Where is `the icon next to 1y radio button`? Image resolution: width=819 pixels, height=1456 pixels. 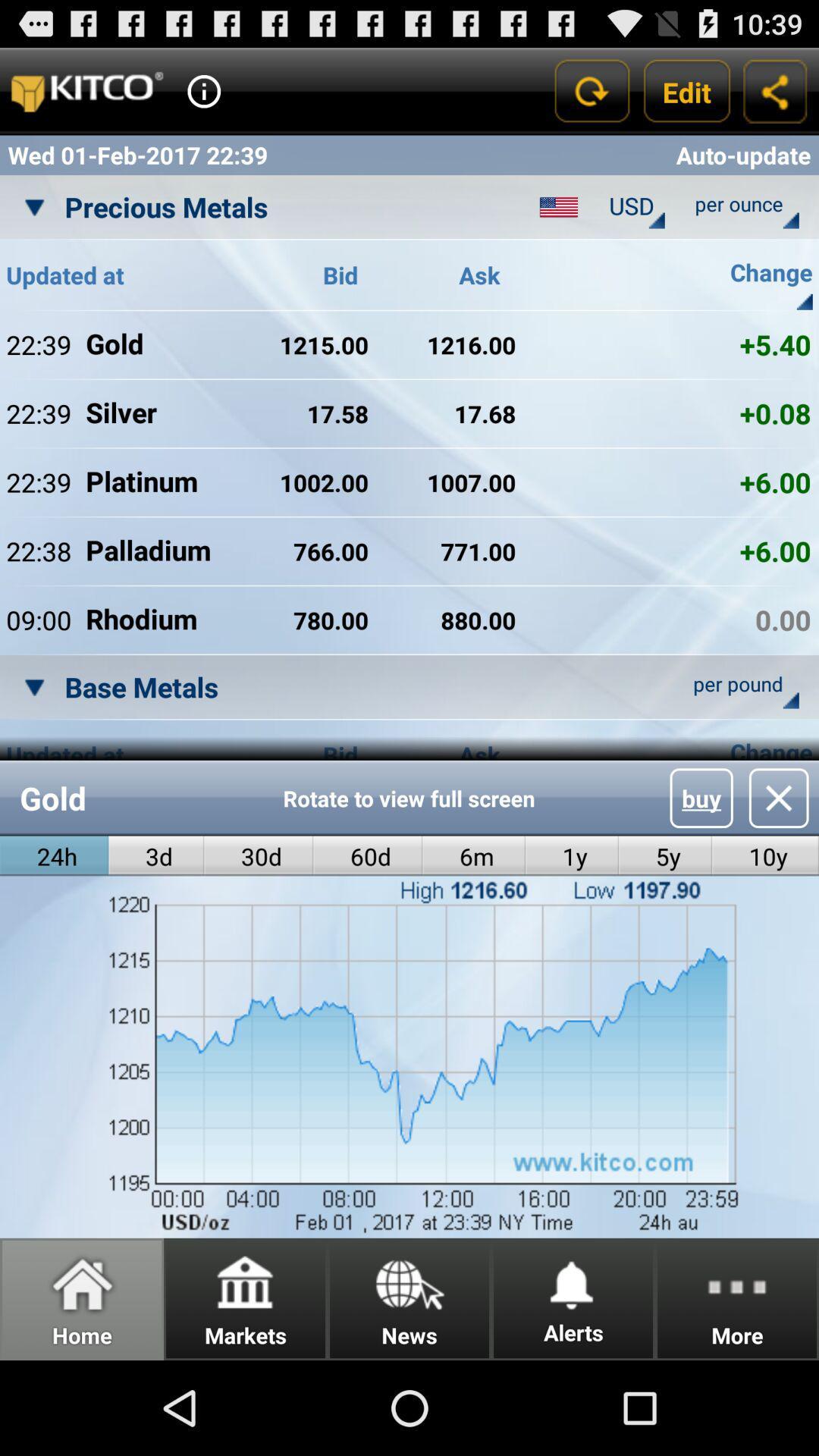
the icon next to 1y radio button is located at coordinates (664, 856).